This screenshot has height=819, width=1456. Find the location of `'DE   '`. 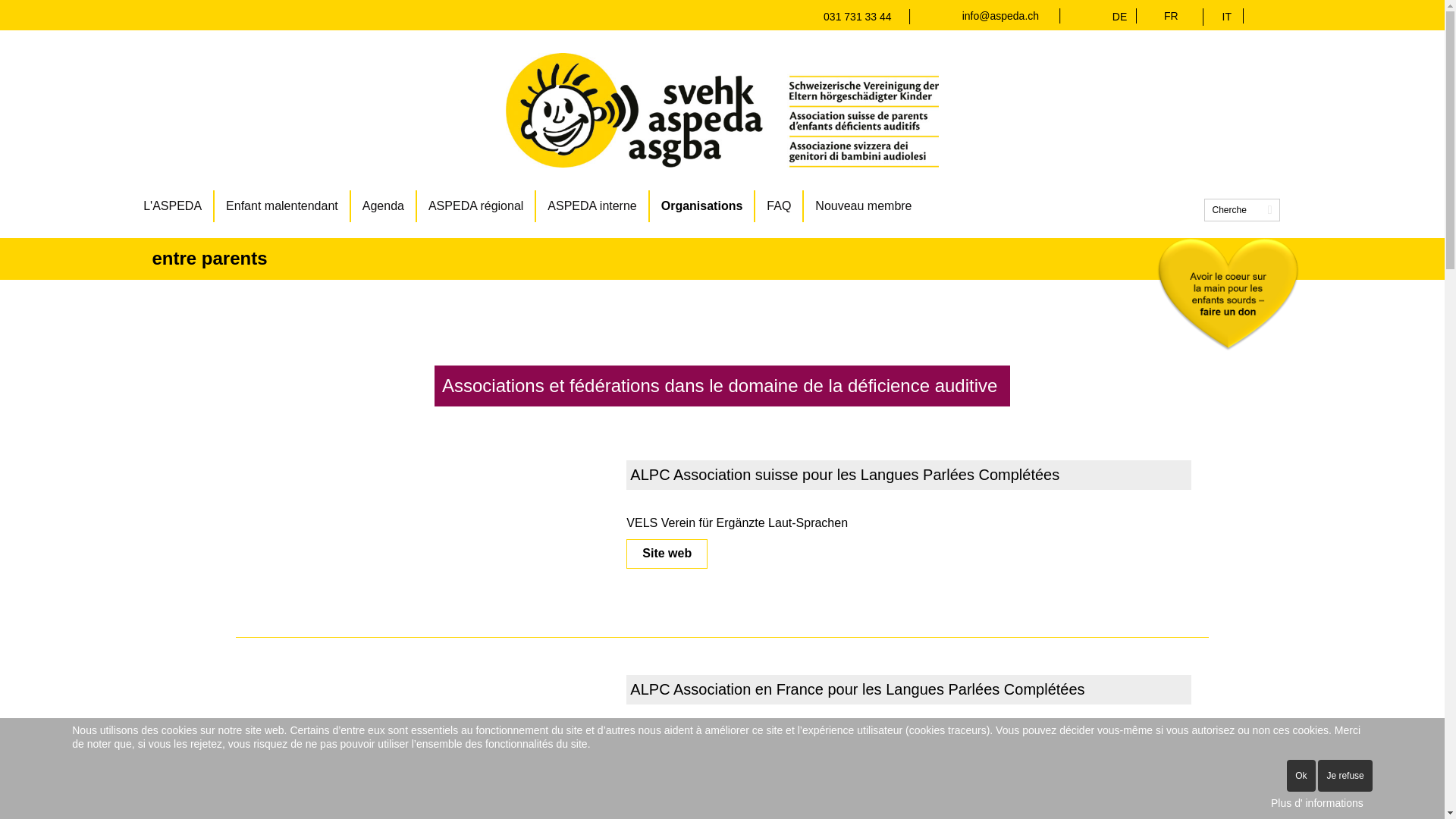

'DE   ' is located at coordinates (1124, 17).